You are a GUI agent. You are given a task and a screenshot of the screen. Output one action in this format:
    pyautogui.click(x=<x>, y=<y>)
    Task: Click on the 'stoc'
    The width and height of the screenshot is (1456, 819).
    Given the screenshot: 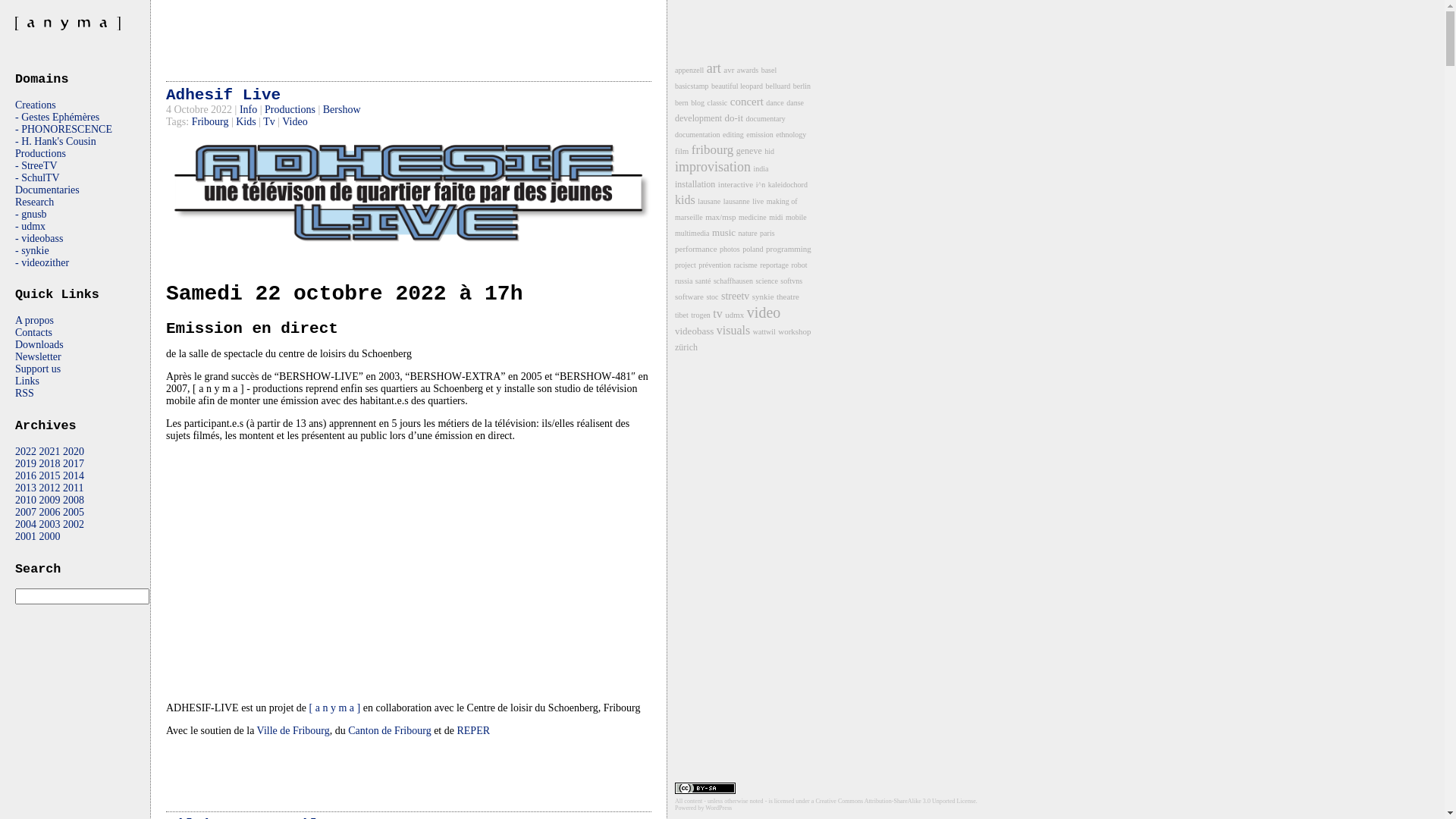 What is the action you would take?
    pyautogui.click(x=711, y=297)
    